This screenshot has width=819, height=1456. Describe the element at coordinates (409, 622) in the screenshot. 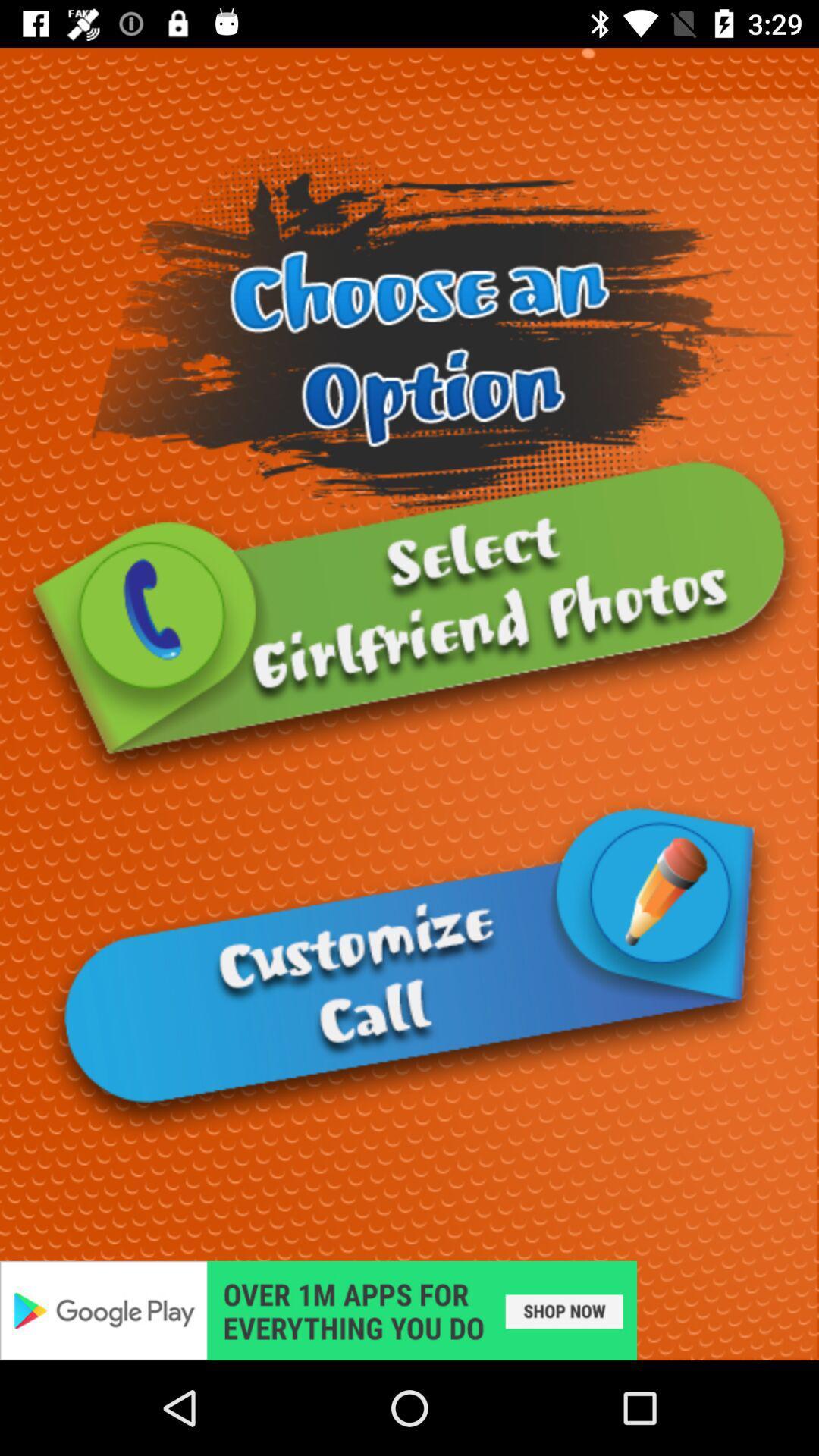

I see `photos` at that location.